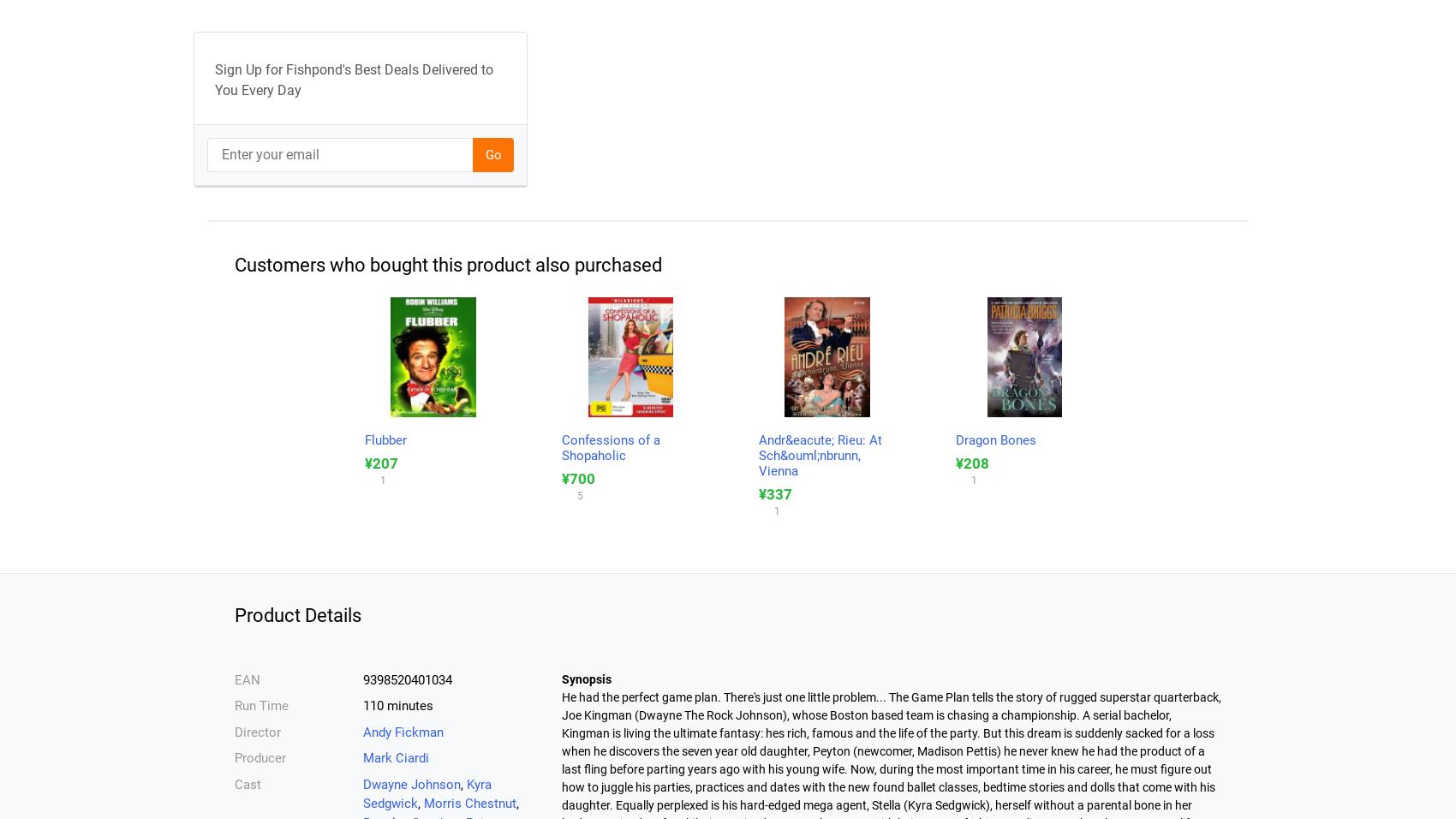 This screenshot has width=1456, height=819. I want to click on 'Director', so click(258, 731).